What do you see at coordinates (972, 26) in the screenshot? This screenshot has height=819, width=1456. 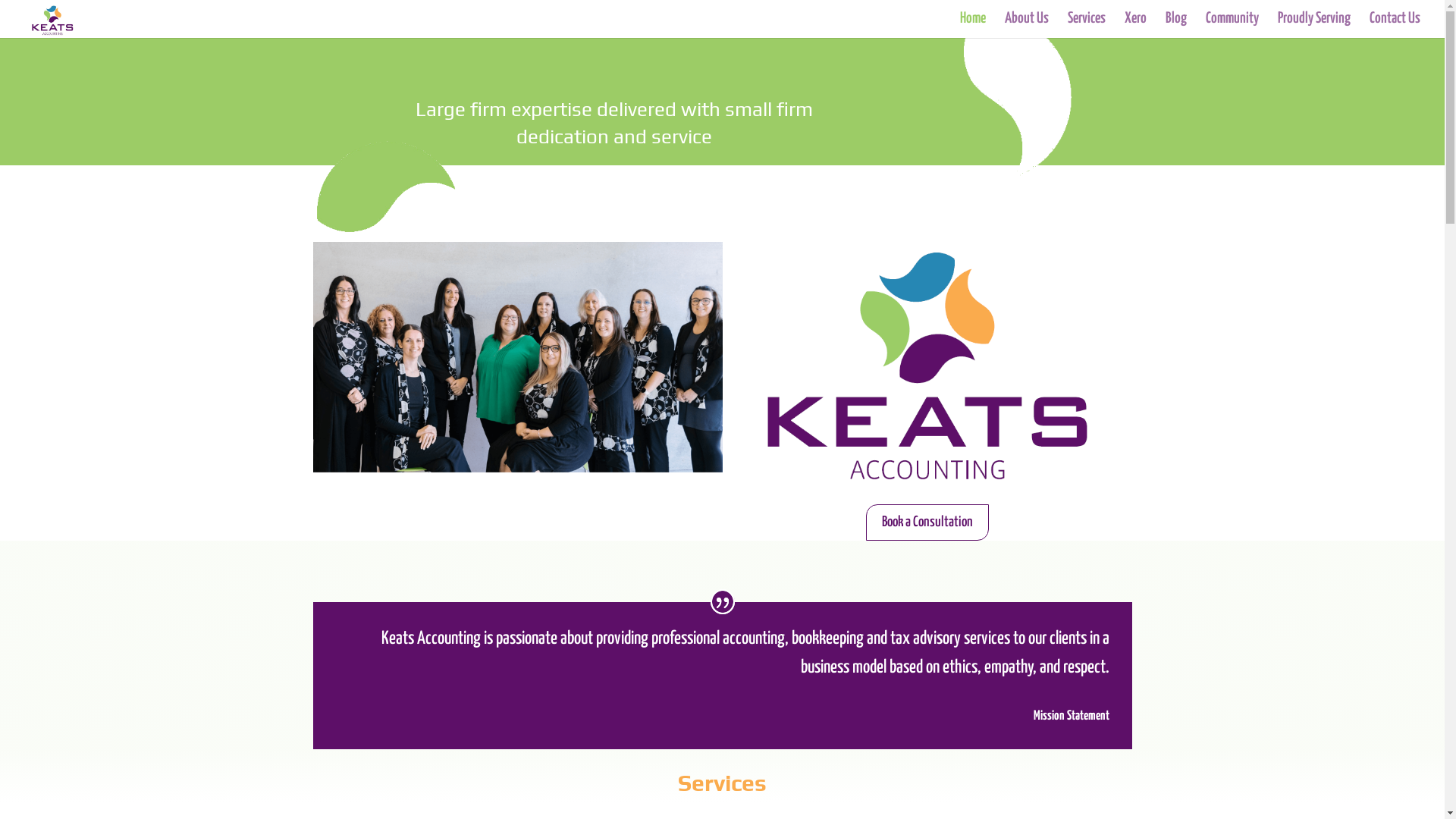 I see `'Home'` at bounding box center [972, 26].